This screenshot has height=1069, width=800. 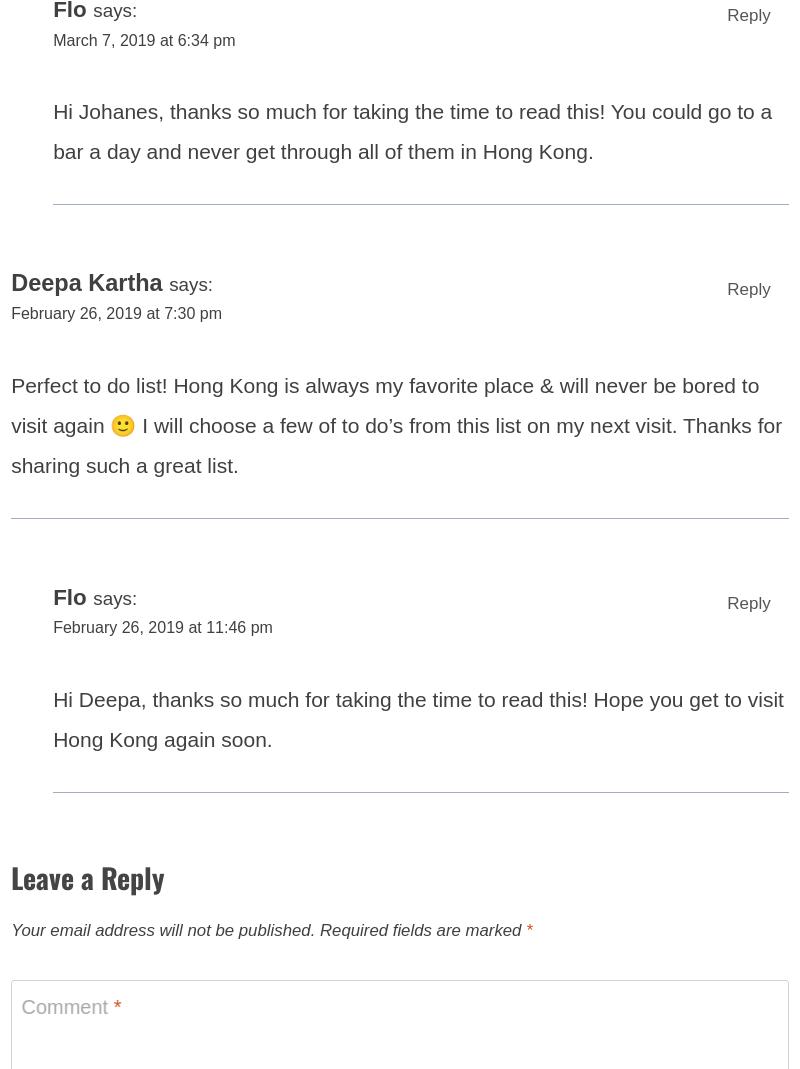 What do you see at coordinates (395, 436) in the screenshot?
I see `'Perfect to do list! Hong Kong is always my favorite place & will never be bored to visit again 🙂 I will choose a few of to do’s from this list on my next visit. Thanks for sharing such a great list.'` at bounding box center [395, 436].